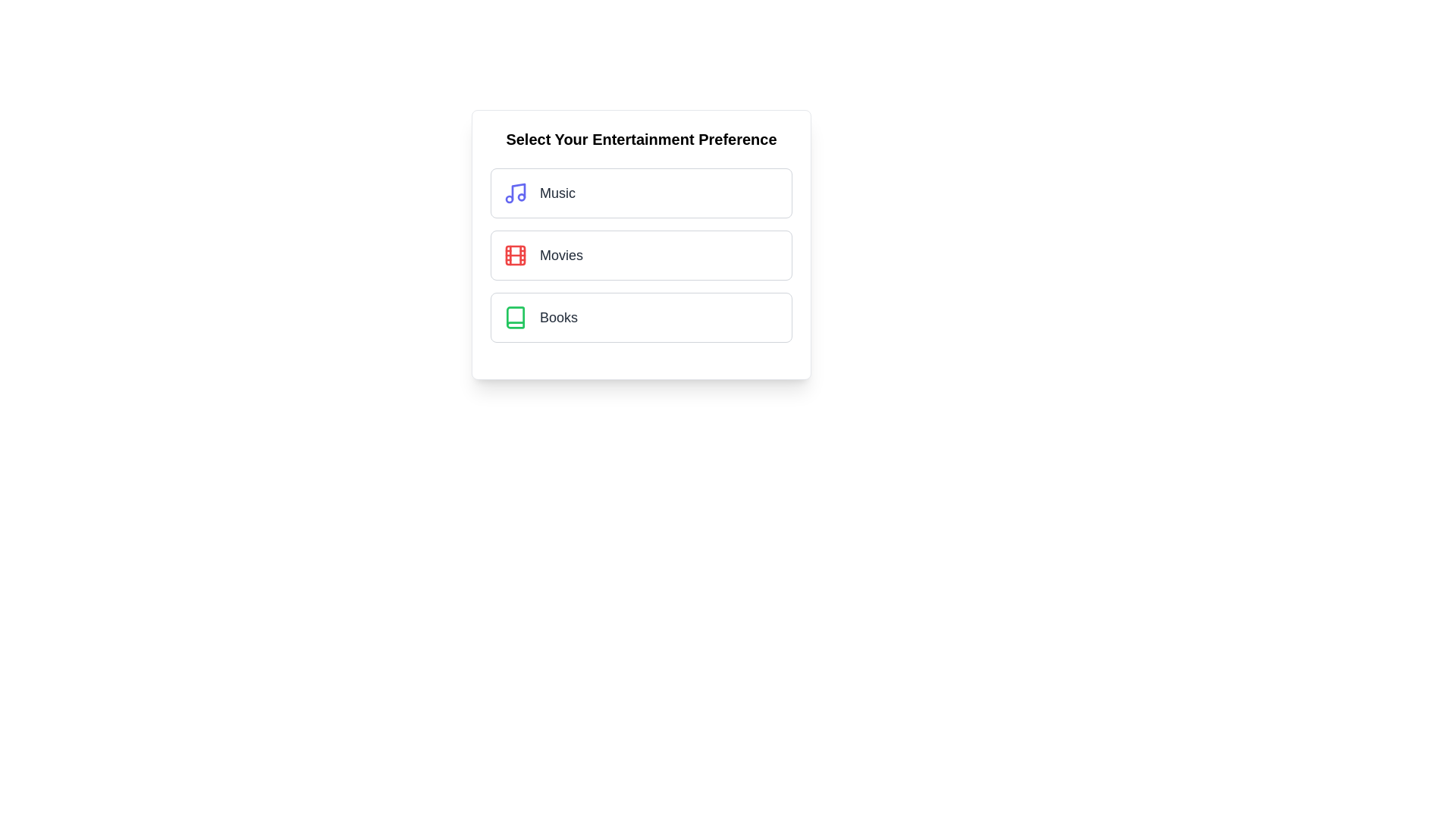 The height and width of the screenshot is (819, 1456). What do you see at coordinates (516, 317) in the screenshot?
I see `the 'Books' icon (SVG Graphic) located within the button to the left of the text label 'Books'` at bounding box center [516, 317].